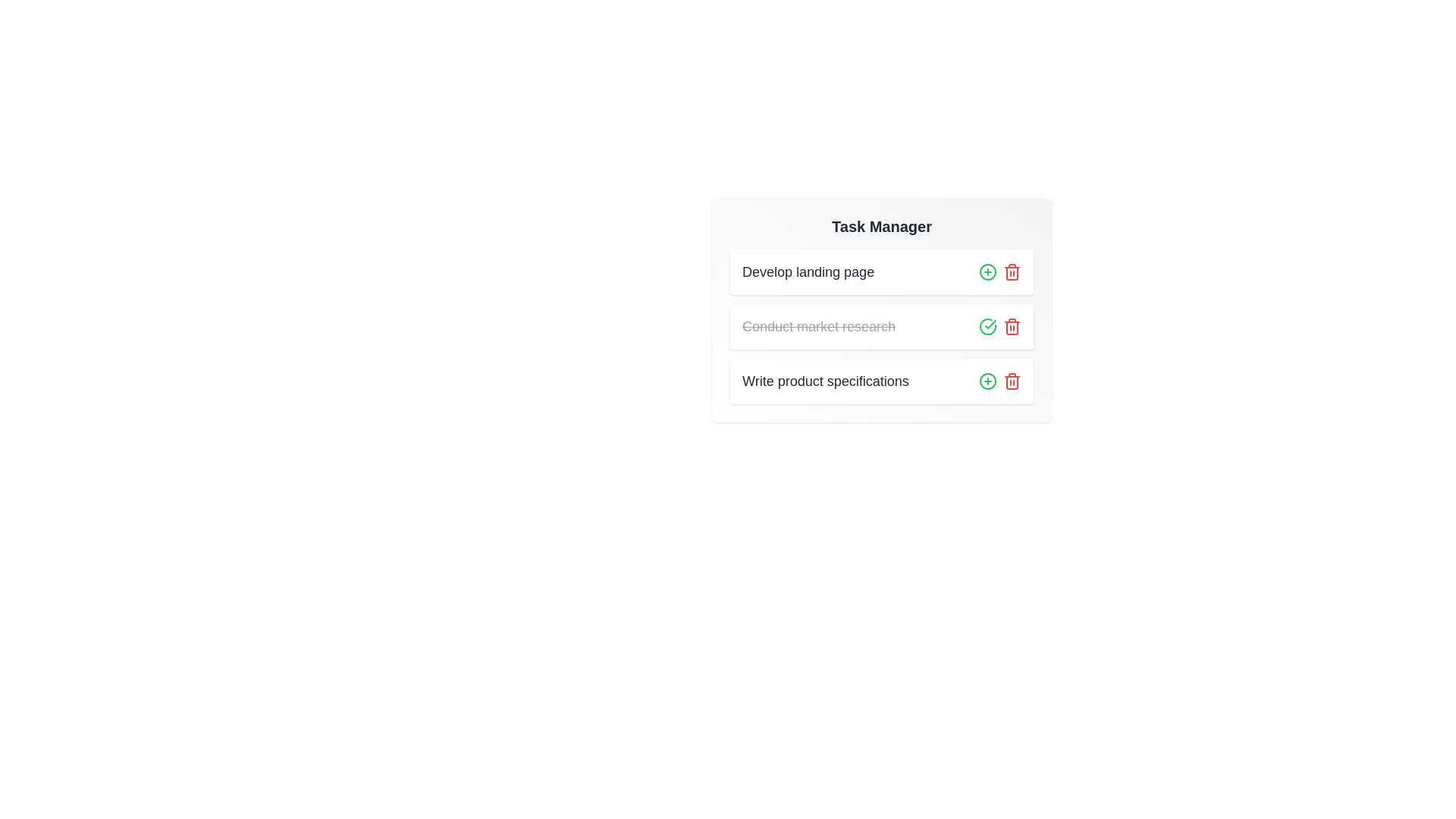 This screenshot has height=819, width=1456. What do you see at coordinates (1012, 380) in the screenshot?
I see `the trash icon corresponding to the task 'Write product specifications' to delete it` at bounding box center [1012, 380].